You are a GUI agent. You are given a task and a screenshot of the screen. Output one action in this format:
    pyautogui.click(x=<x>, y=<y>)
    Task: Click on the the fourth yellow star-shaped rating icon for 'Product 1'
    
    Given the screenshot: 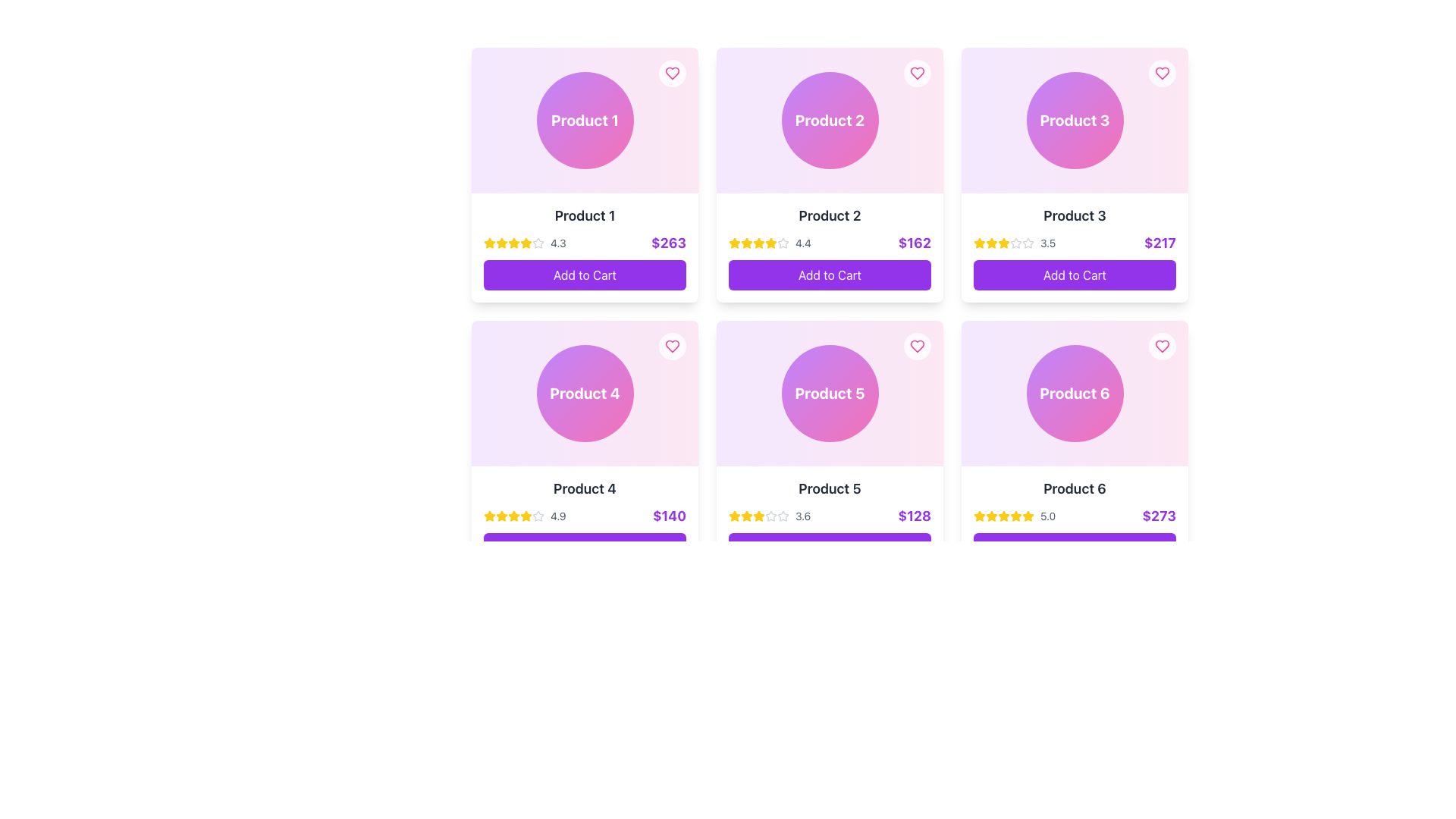 What is the action you would take?
    pyautogui.click(x=513, y=242)
    